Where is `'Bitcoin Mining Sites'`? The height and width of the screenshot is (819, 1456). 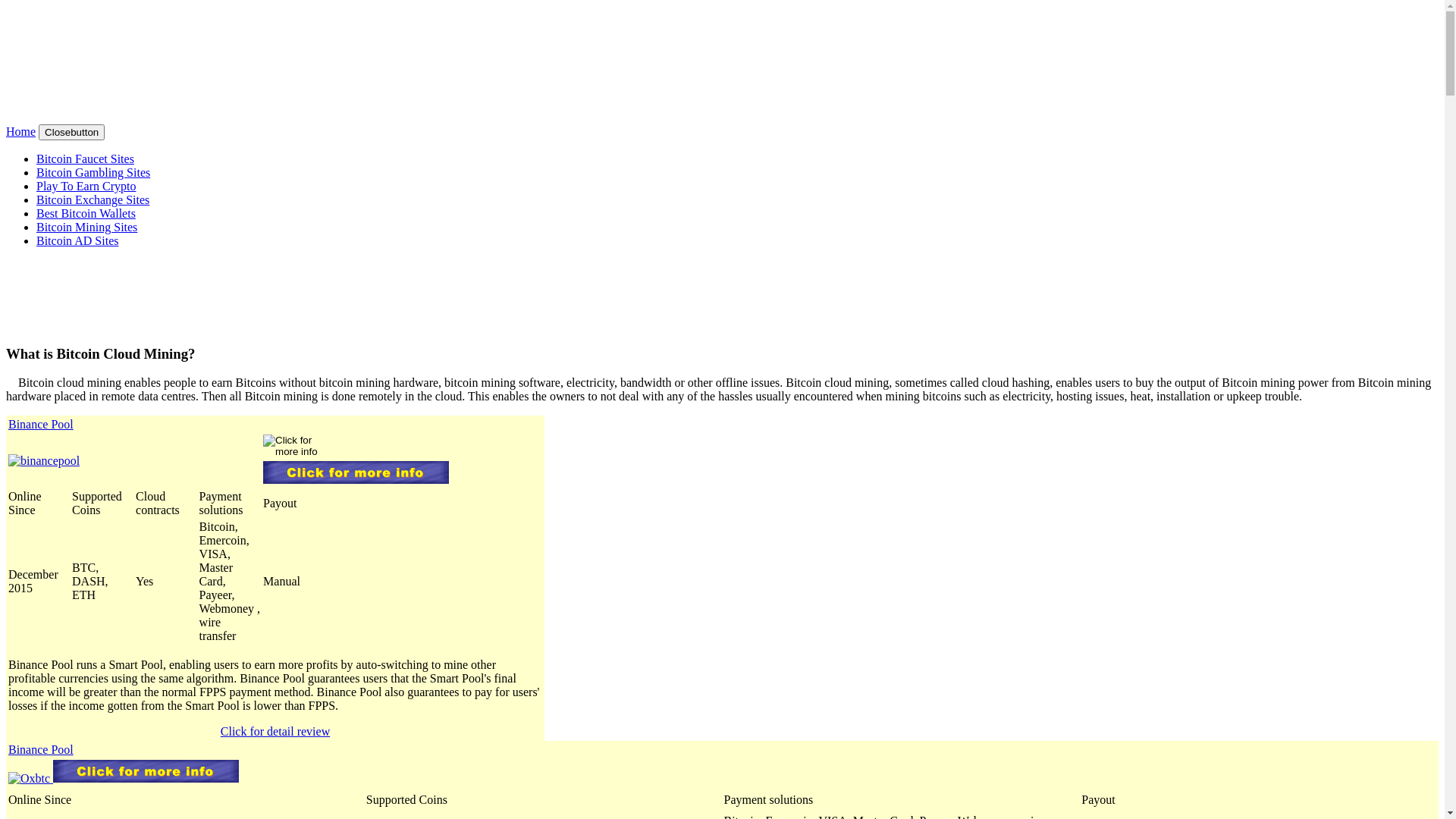
'Bitcoin Mining Sites' is located at coordinates (86, 227).